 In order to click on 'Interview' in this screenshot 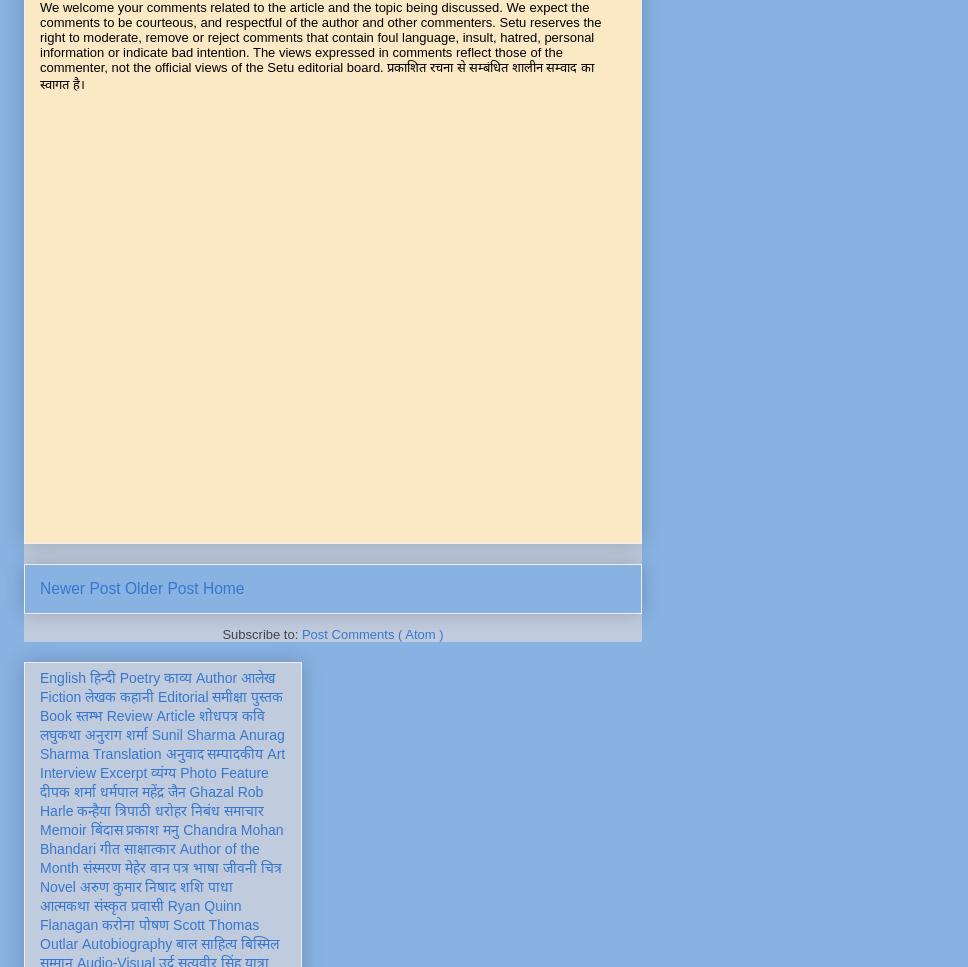, I will do `click(66, 771)`.